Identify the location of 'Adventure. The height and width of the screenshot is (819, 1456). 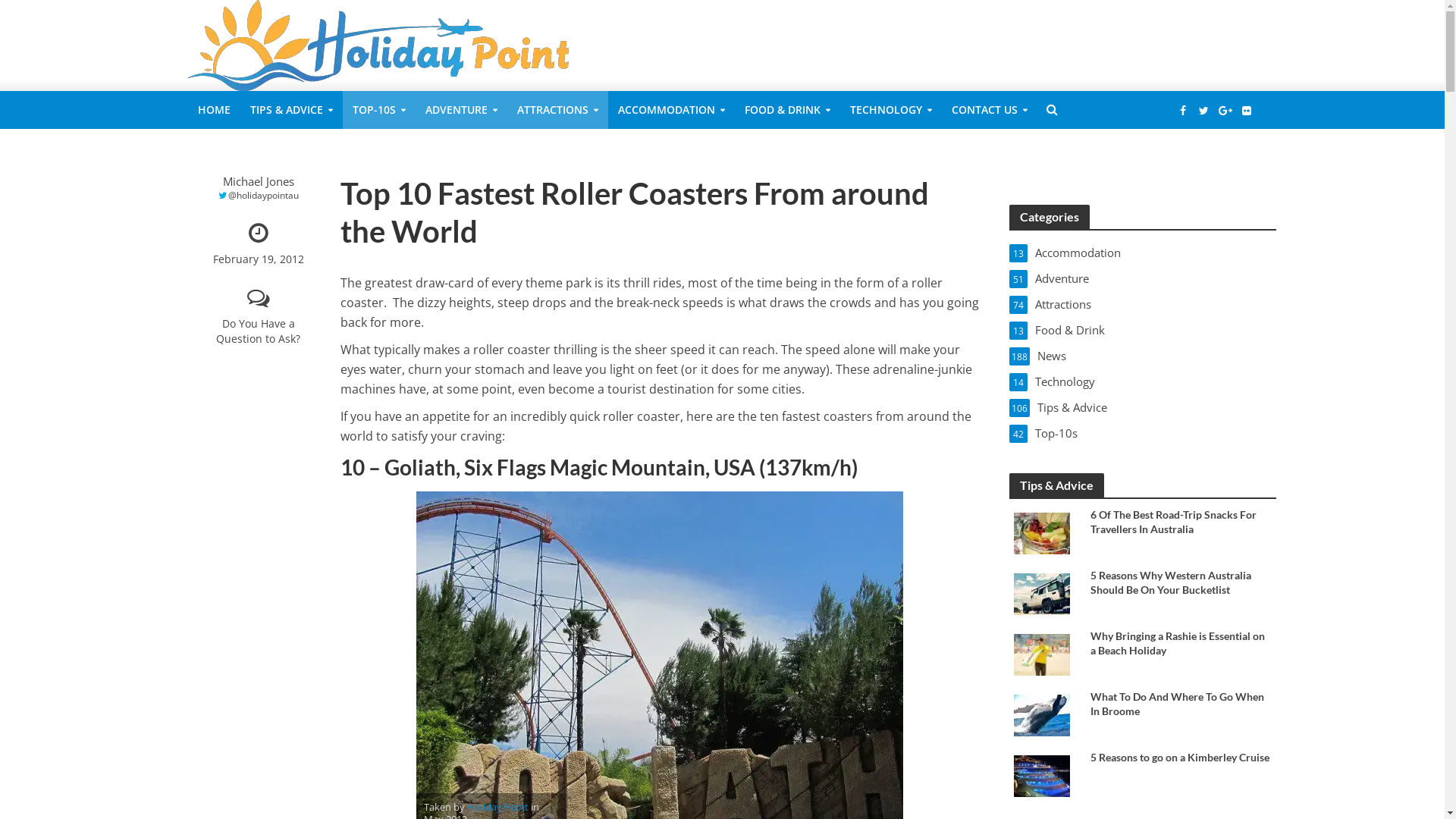
(1143, 278).